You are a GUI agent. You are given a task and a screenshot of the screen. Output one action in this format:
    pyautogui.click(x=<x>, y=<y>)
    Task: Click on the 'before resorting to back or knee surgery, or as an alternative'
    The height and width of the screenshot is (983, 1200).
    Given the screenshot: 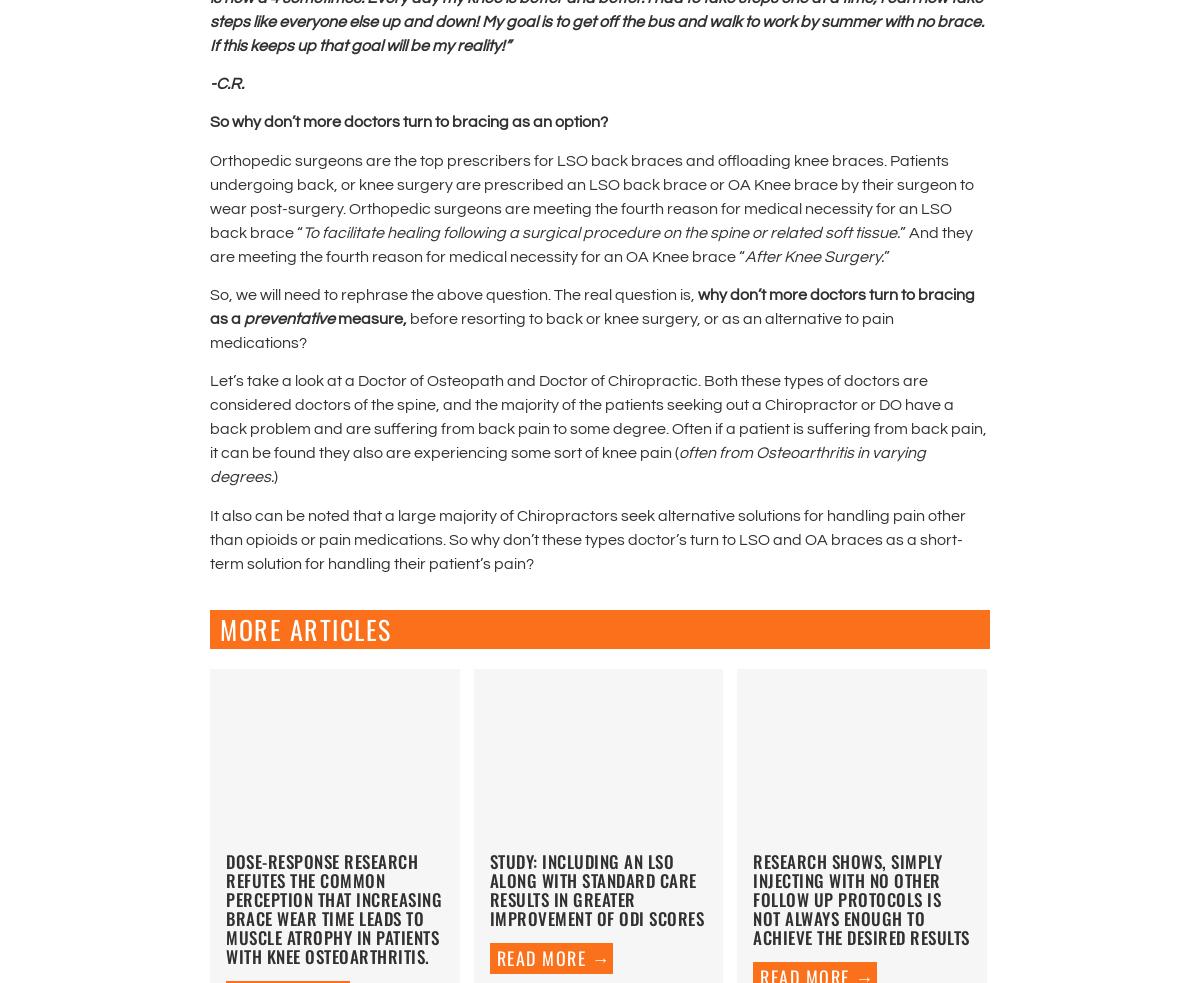 What is the action you would take?
    pyautogui.click(x=626, y=318)
    